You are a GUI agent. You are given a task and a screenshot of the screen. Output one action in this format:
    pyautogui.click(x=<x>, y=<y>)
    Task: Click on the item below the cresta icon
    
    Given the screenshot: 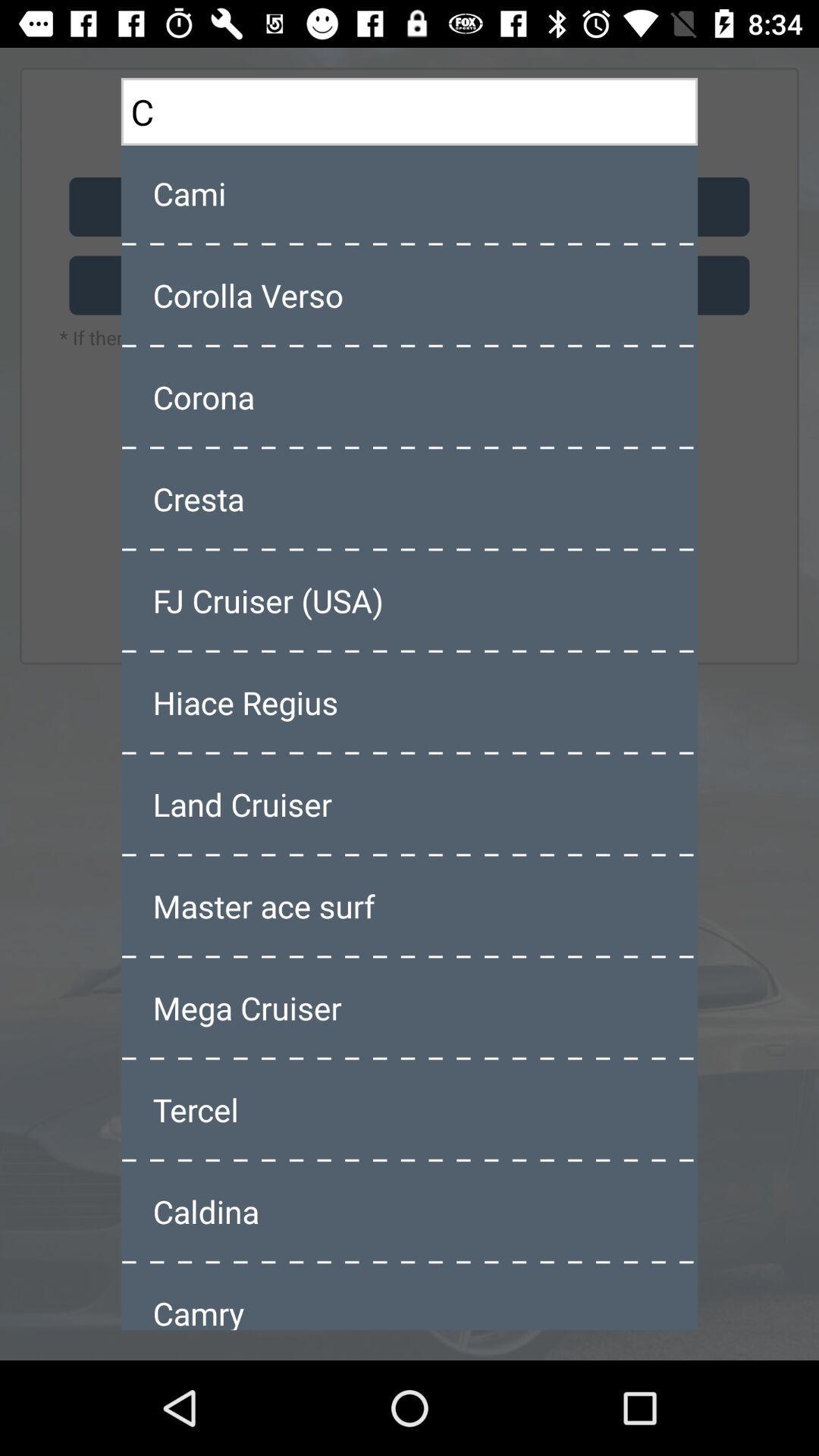 What is the action you would take?
    pyautogui.click(x=409, y=600)
    